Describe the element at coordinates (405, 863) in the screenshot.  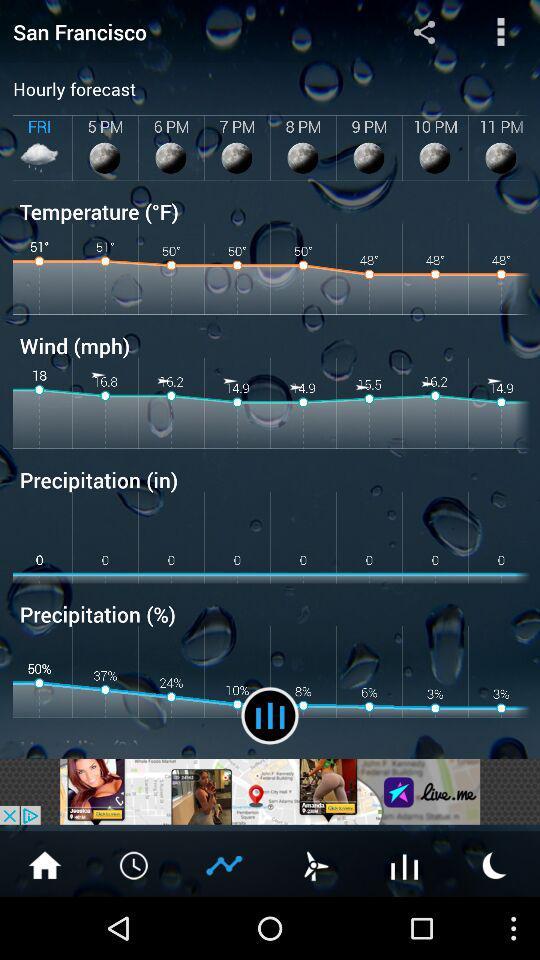
I see `temperature graphs` at that location.